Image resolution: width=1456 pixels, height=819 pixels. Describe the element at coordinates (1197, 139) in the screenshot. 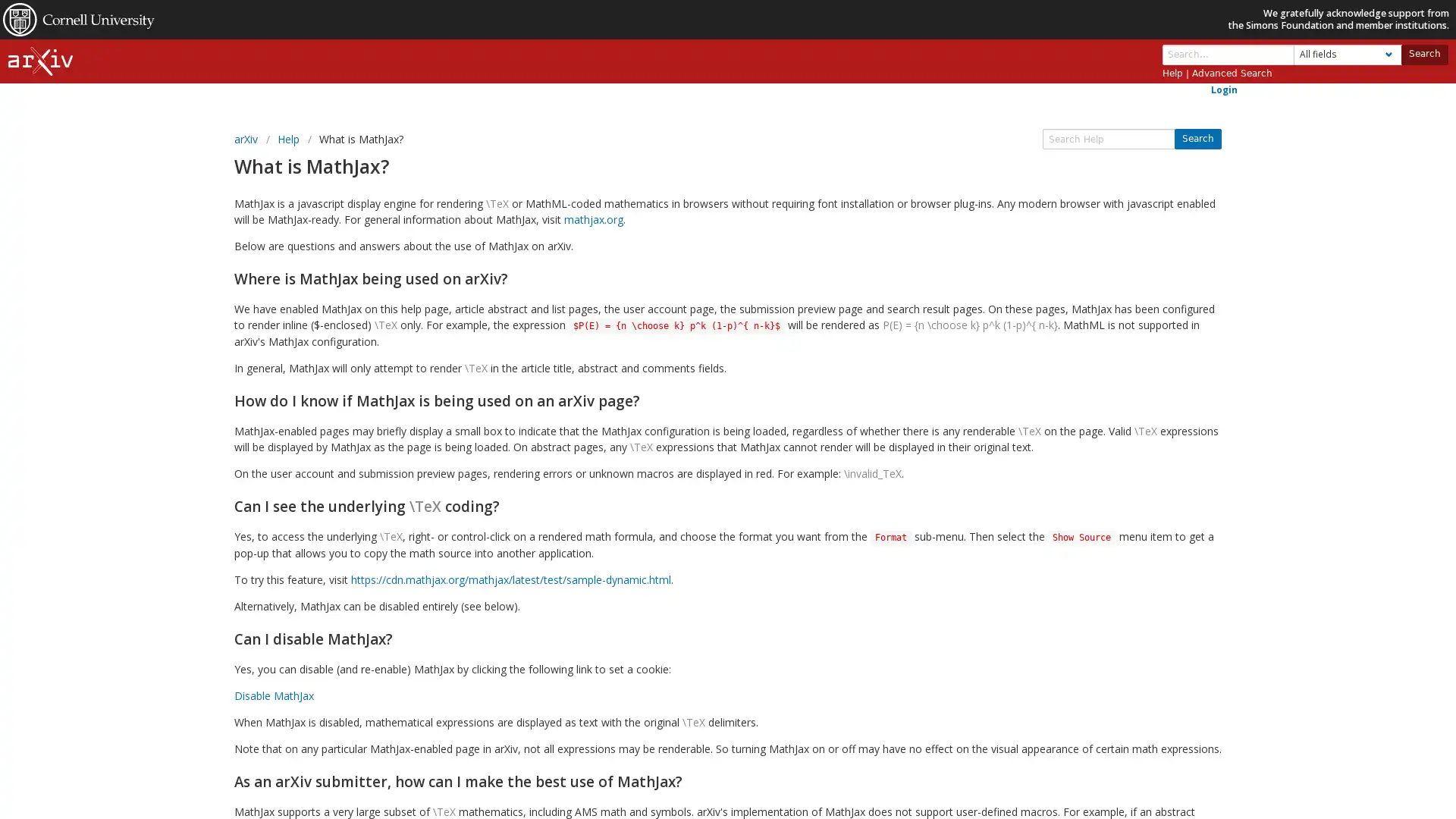

I see `Search` at that location.